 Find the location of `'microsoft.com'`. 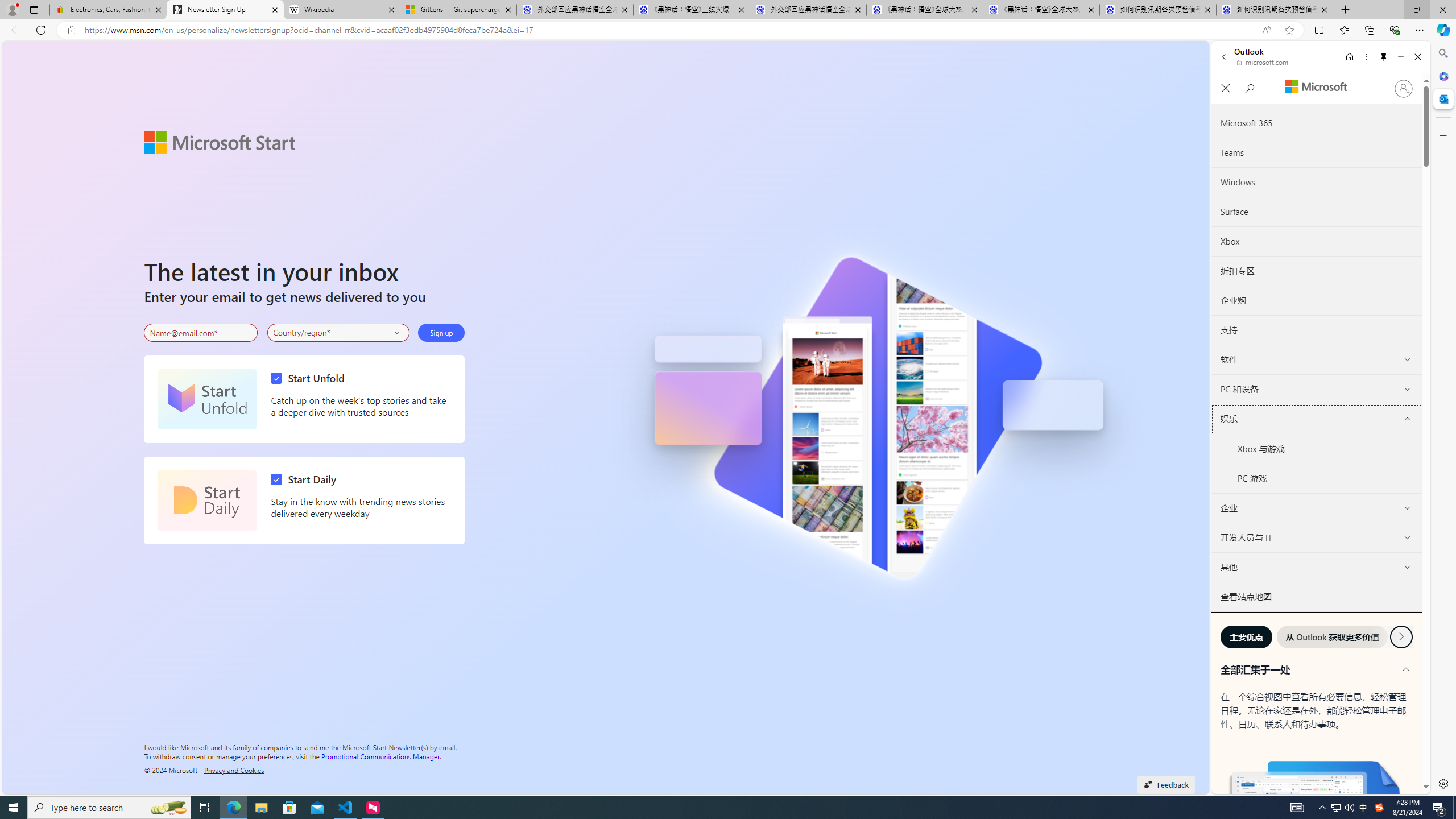

'microsoft.com' is located at coordinates (1263, 61).